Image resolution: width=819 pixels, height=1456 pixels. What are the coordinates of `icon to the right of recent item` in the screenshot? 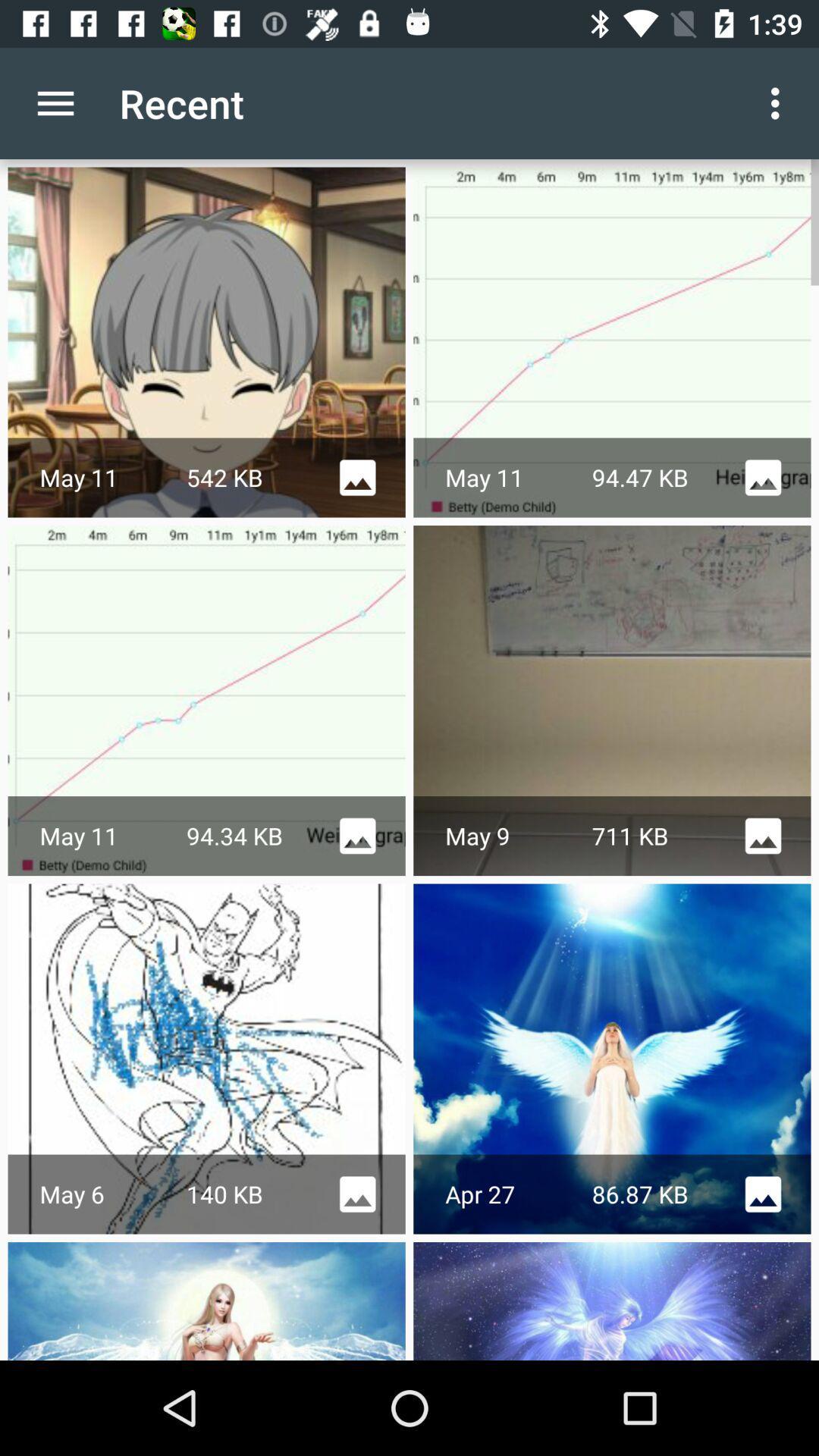 It's located at (779, 102).